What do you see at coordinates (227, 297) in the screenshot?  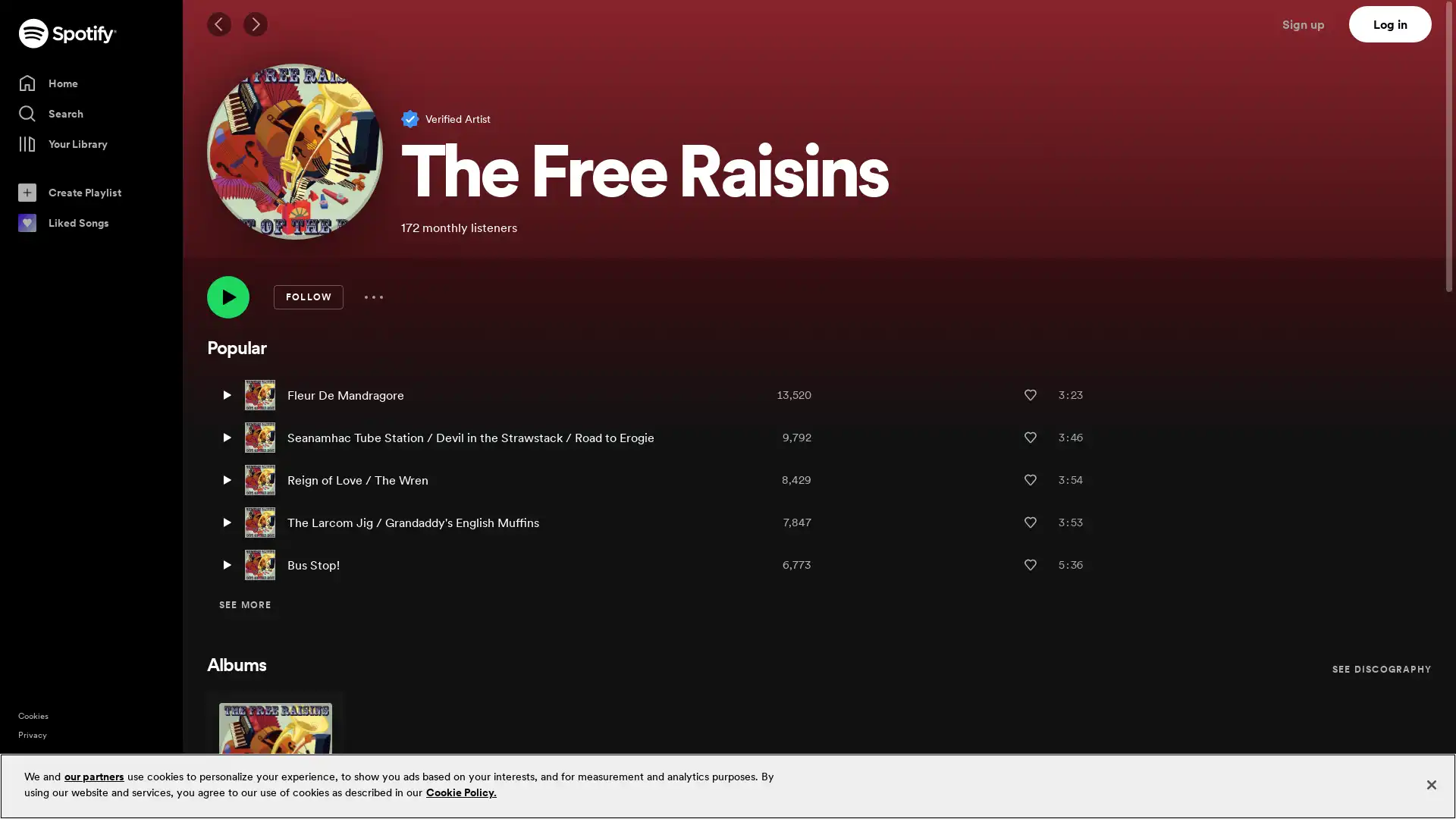 I see `Play` at bounding box center [227, 297].